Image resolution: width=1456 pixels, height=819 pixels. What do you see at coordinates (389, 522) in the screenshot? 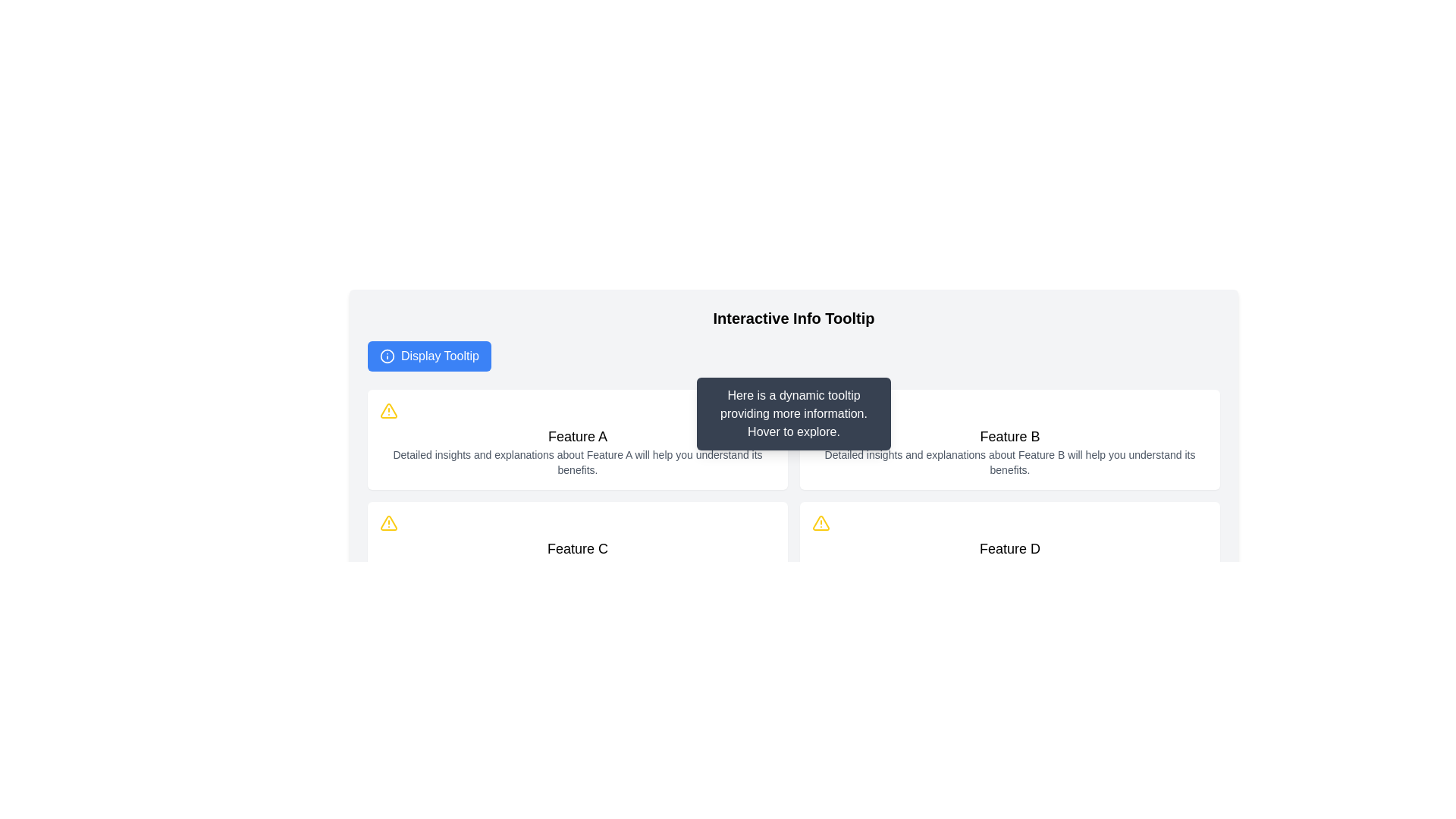
I see `the triangular alert icon with a yellow outline located at the top left corner of the box under the 'Feature C' text` at bounding box center [389, 522].